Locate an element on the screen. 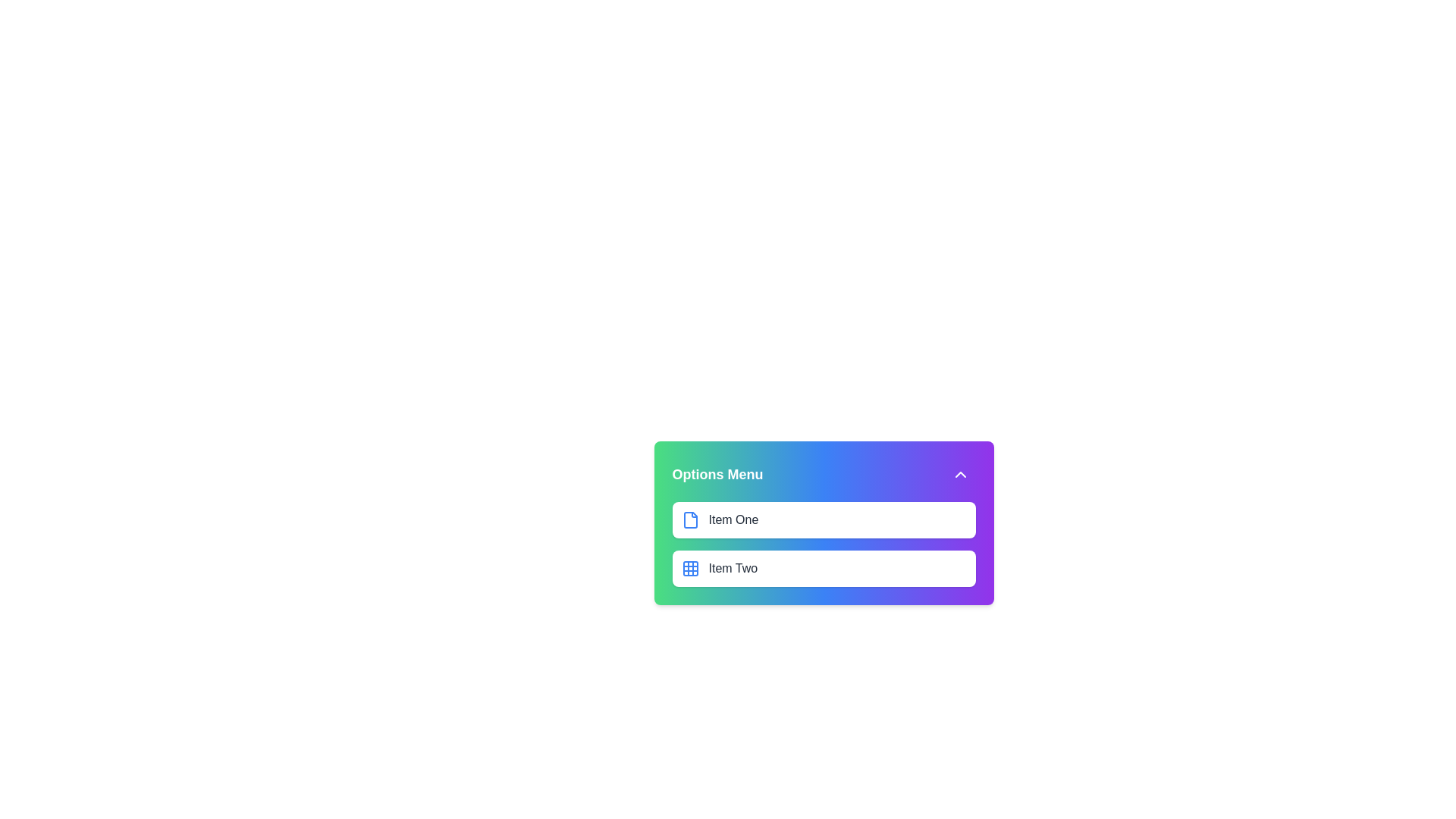  the blue icon resembling a 3x3 grid of squares, which is positioned to the left of the text label 'Item Two' in the list item is located at coordinates (689, 568).